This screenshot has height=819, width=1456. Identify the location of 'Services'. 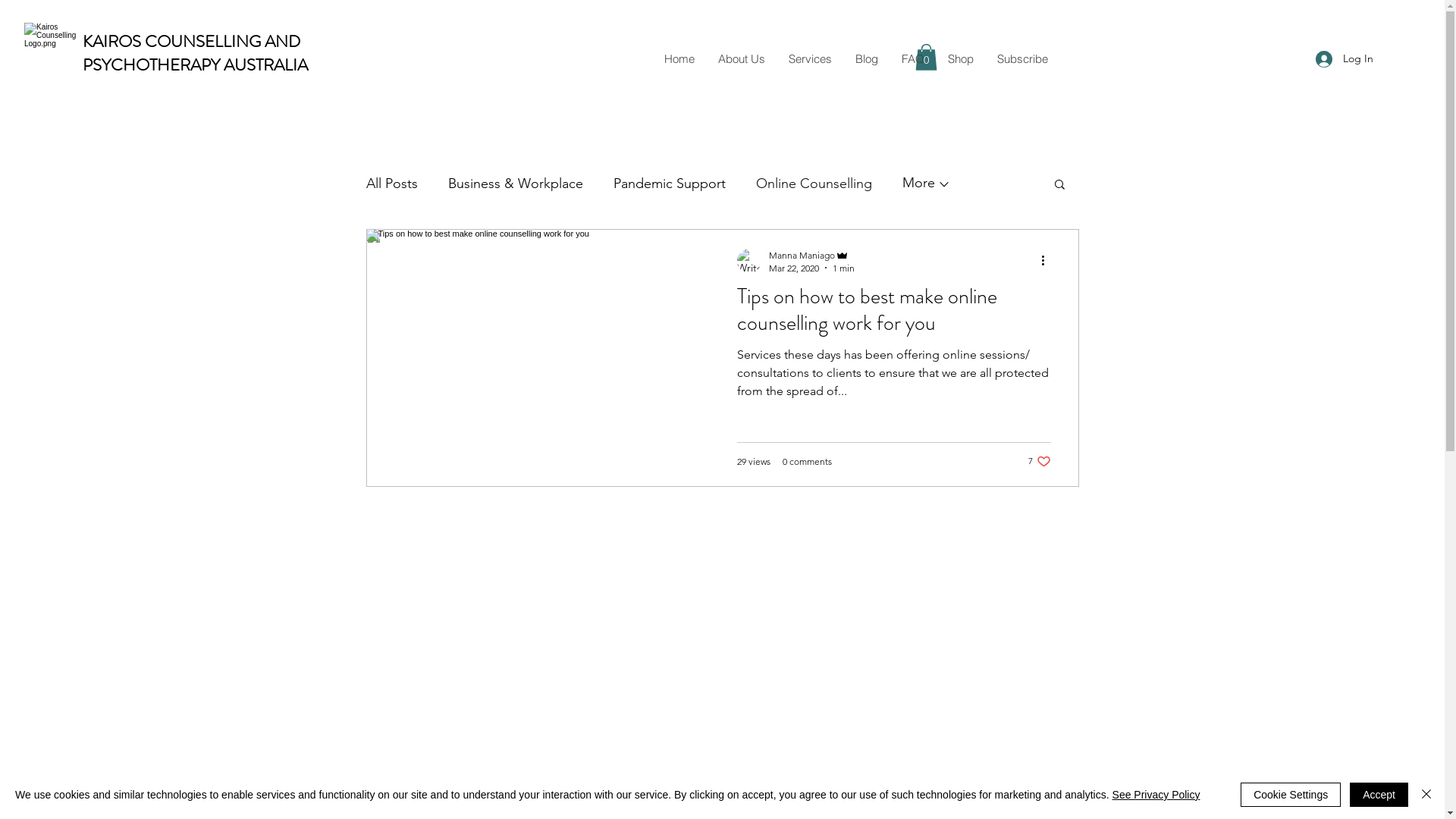
(809, 58).